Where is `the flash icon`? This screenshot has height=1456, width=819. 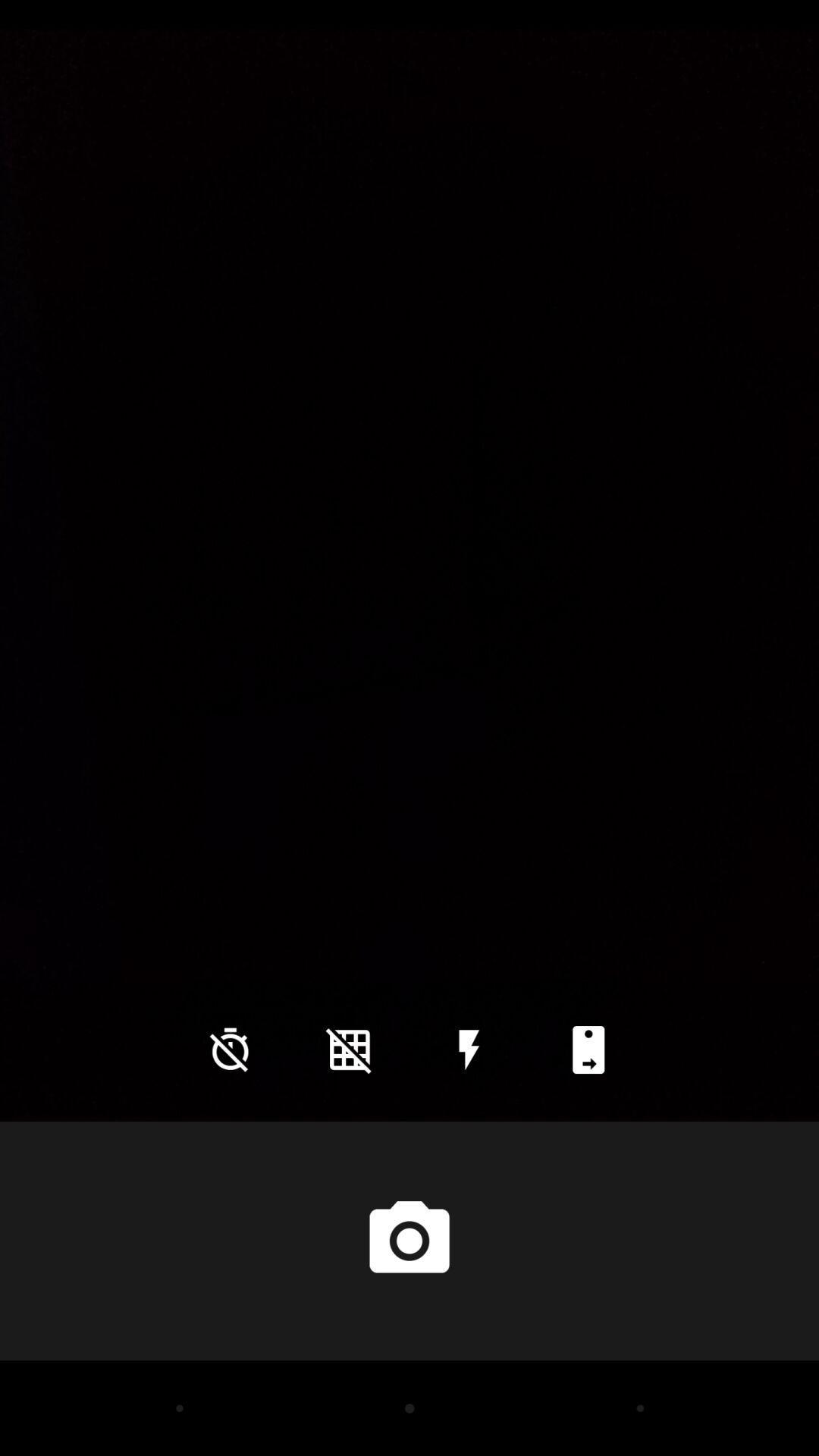 the flash icon is located at coordinates (468, 1049).